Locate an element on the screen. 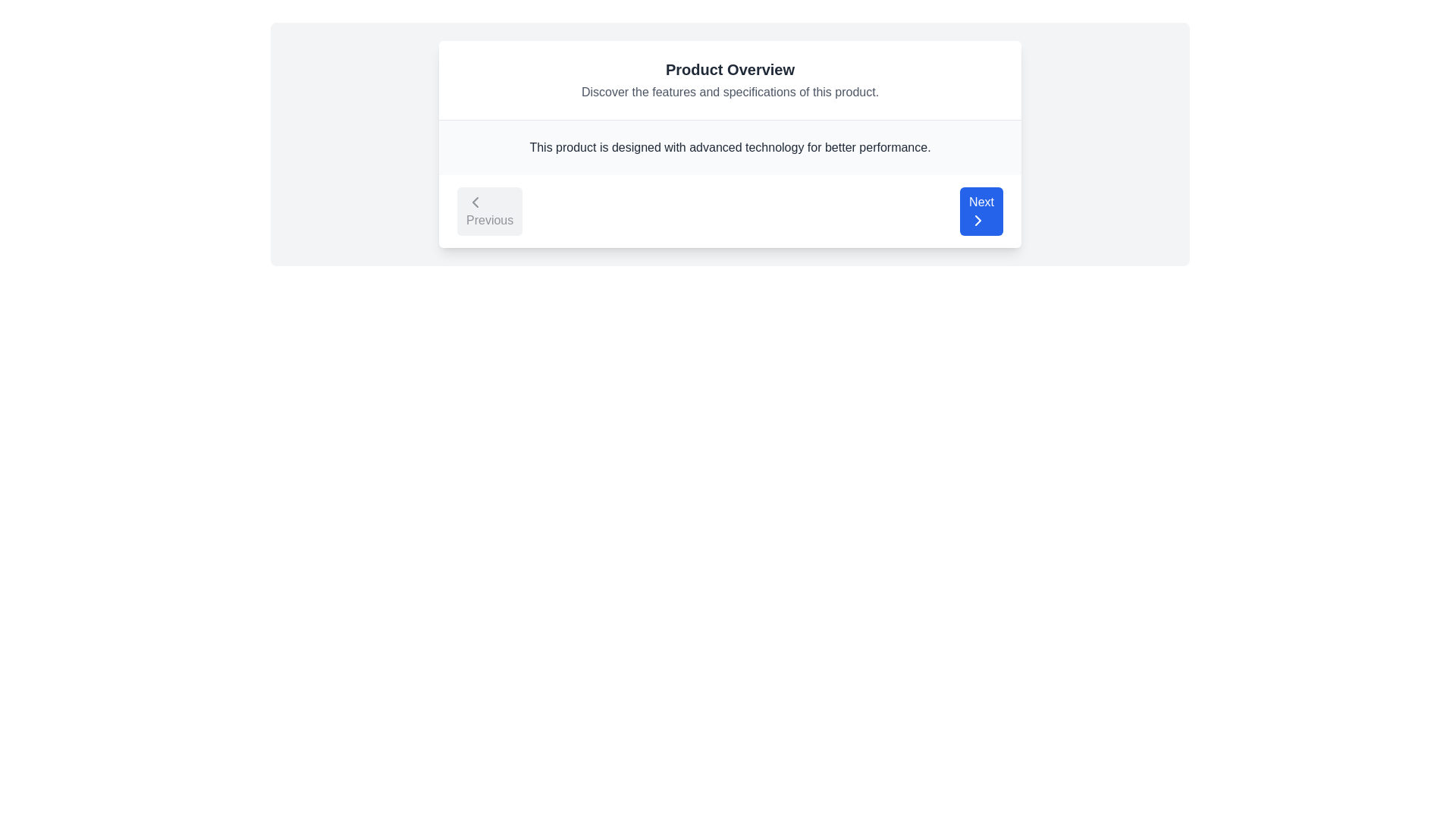 The image size is (1456, 819). the static text block that reads 'This product is designed with advanced technology for better performance.' which is centrally located below the 'Product Overview' header is located at coordinates (730, 148).